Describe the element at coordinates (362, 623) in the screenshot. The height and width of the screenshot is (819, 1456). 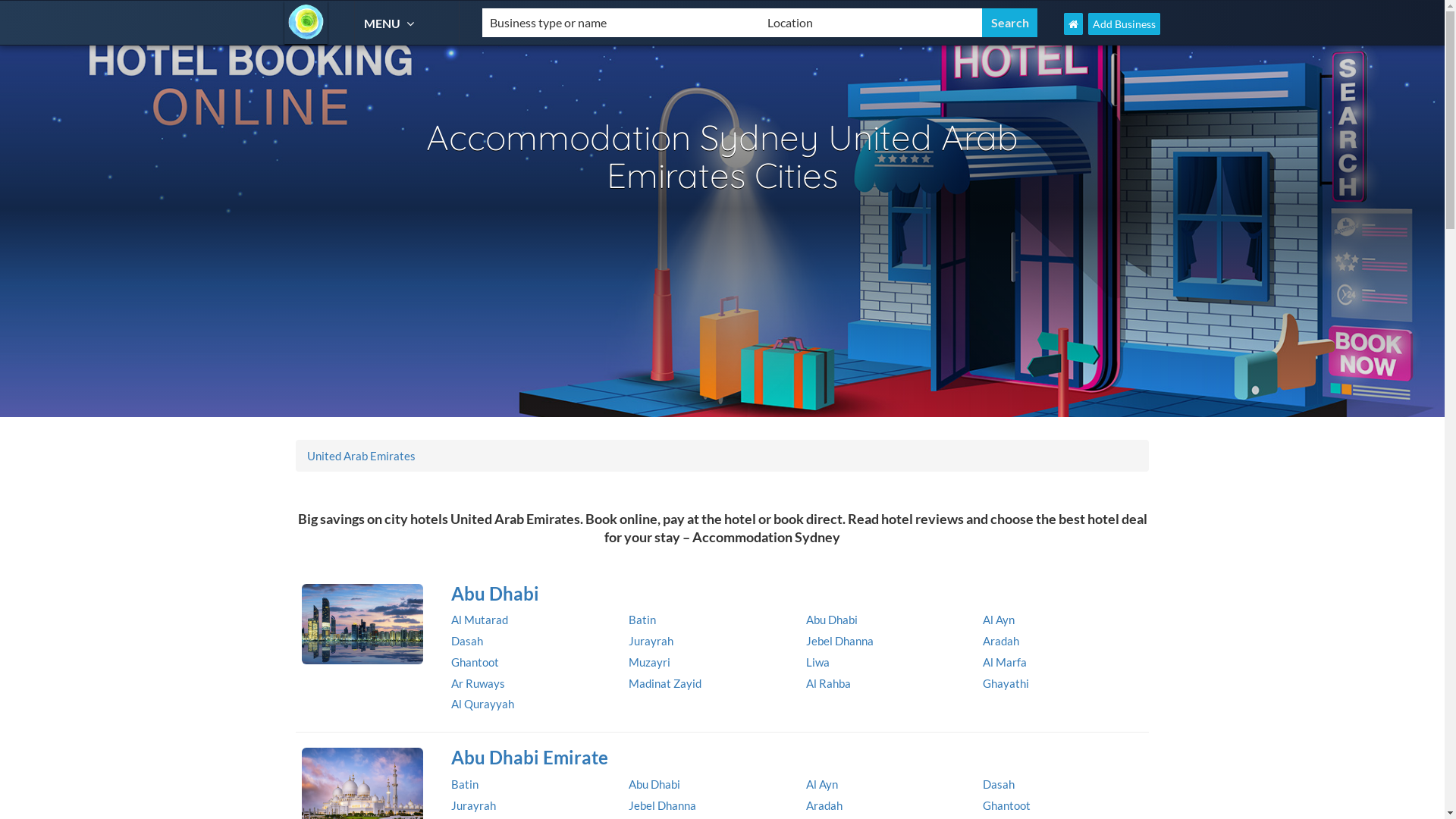
I see `'Abu Dhabi'` at that location.